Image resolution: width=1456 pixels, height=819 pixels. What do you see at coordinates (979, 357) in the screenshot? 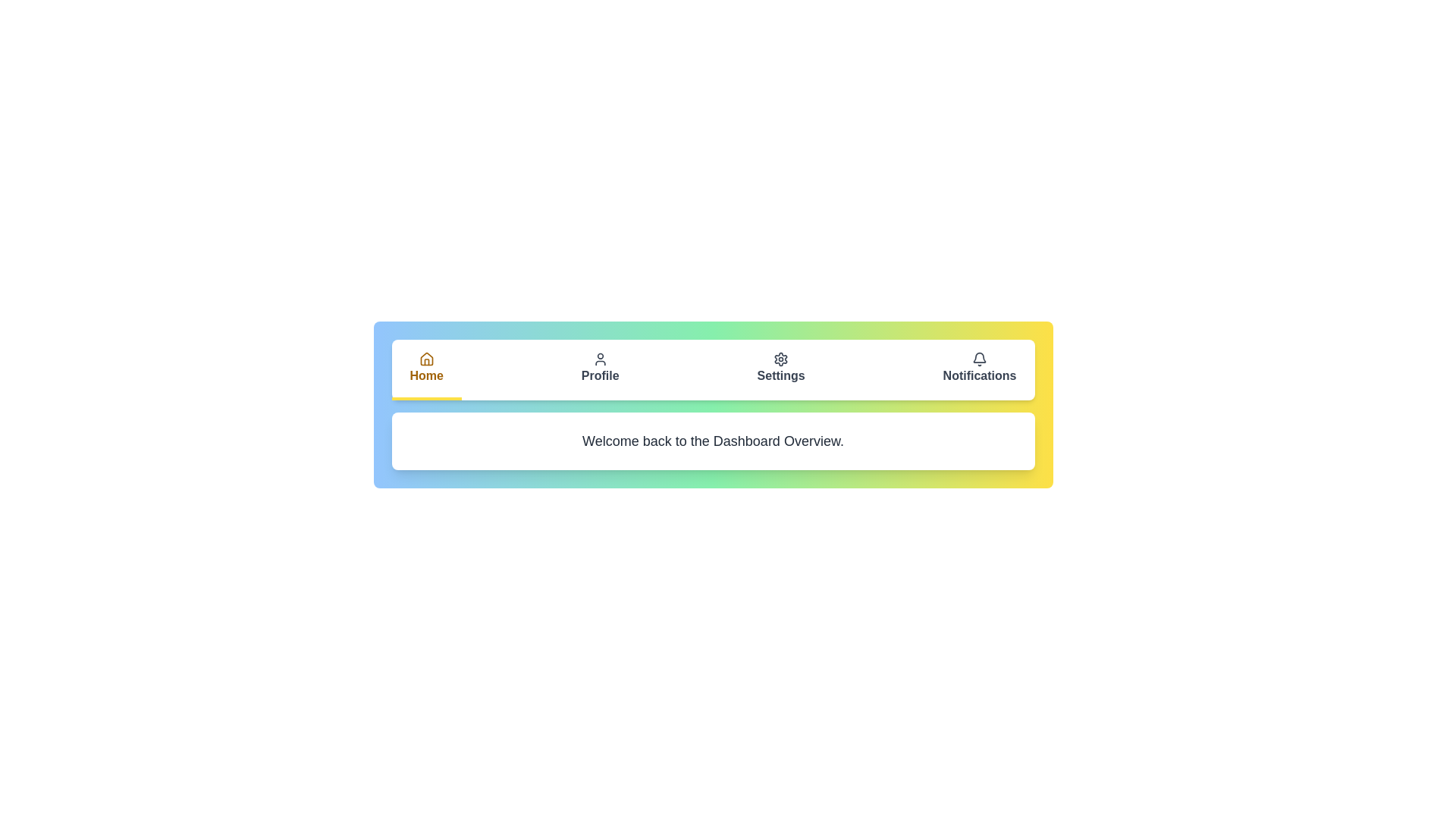
I see `the second graphical component of the bell icon representing the notifications indicator located in the Notifications section of the top navigation bar` at bounding box center [979, 357].